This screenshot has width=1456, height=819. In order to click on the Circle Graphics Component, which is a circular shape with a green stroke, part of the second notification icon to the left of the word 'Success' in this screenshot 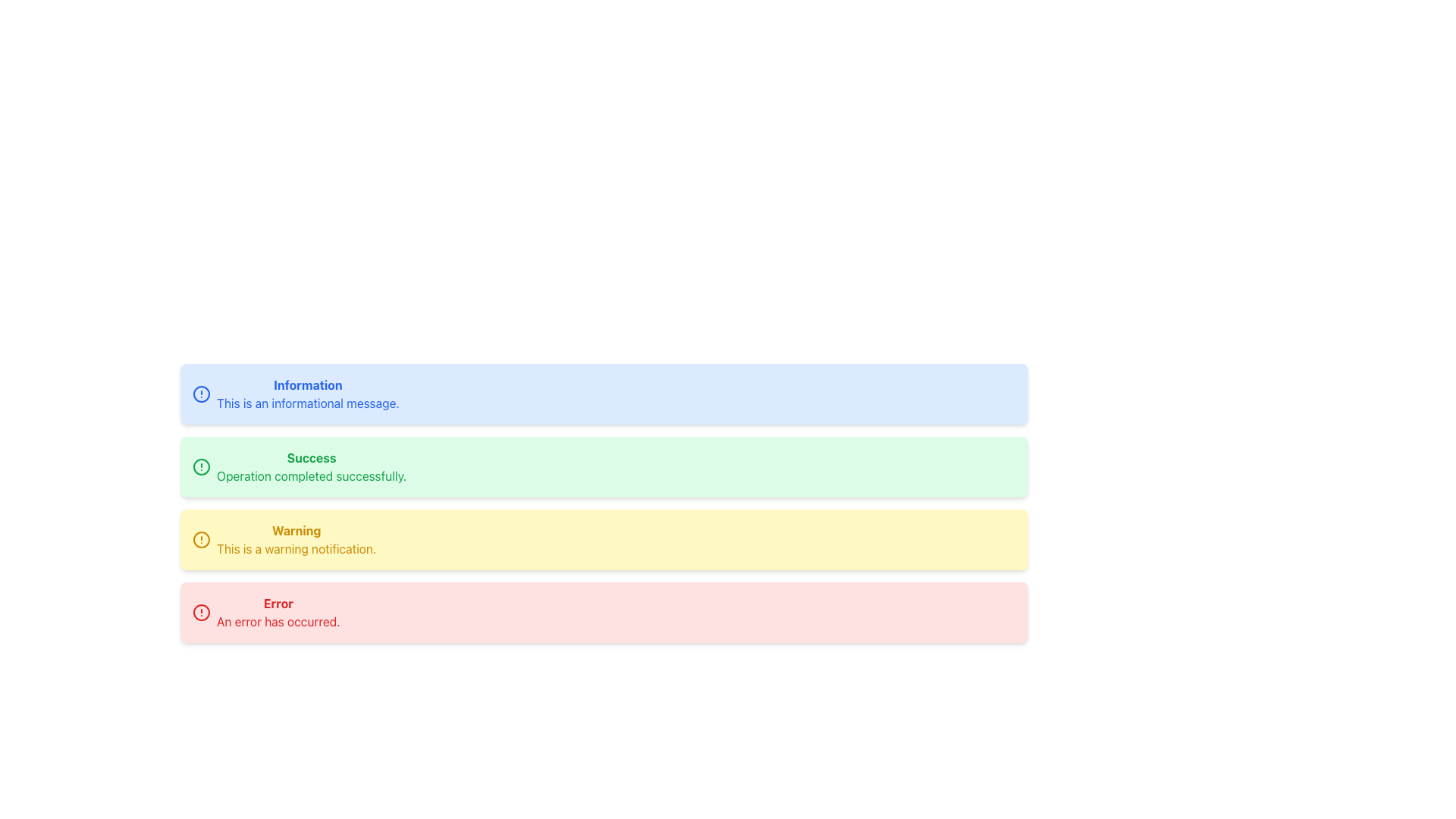, I will do `click(200, 466)`.